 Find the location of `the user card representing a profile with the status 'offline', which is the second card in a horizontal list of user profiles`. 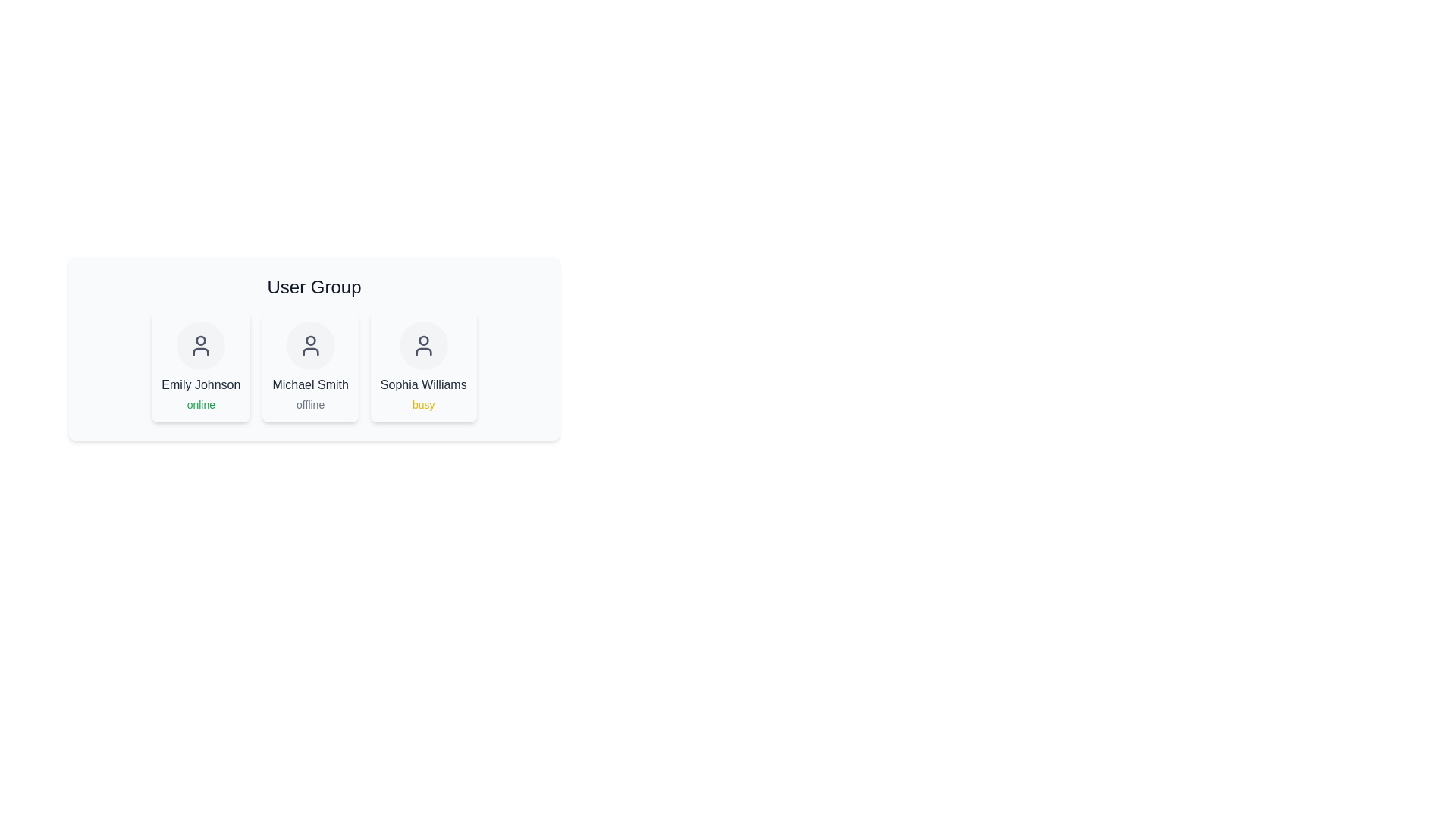

the user card representing a profile with the status 'offline', which is the second card in a horizontal list of user profiles is located at coordinates (309, 366).